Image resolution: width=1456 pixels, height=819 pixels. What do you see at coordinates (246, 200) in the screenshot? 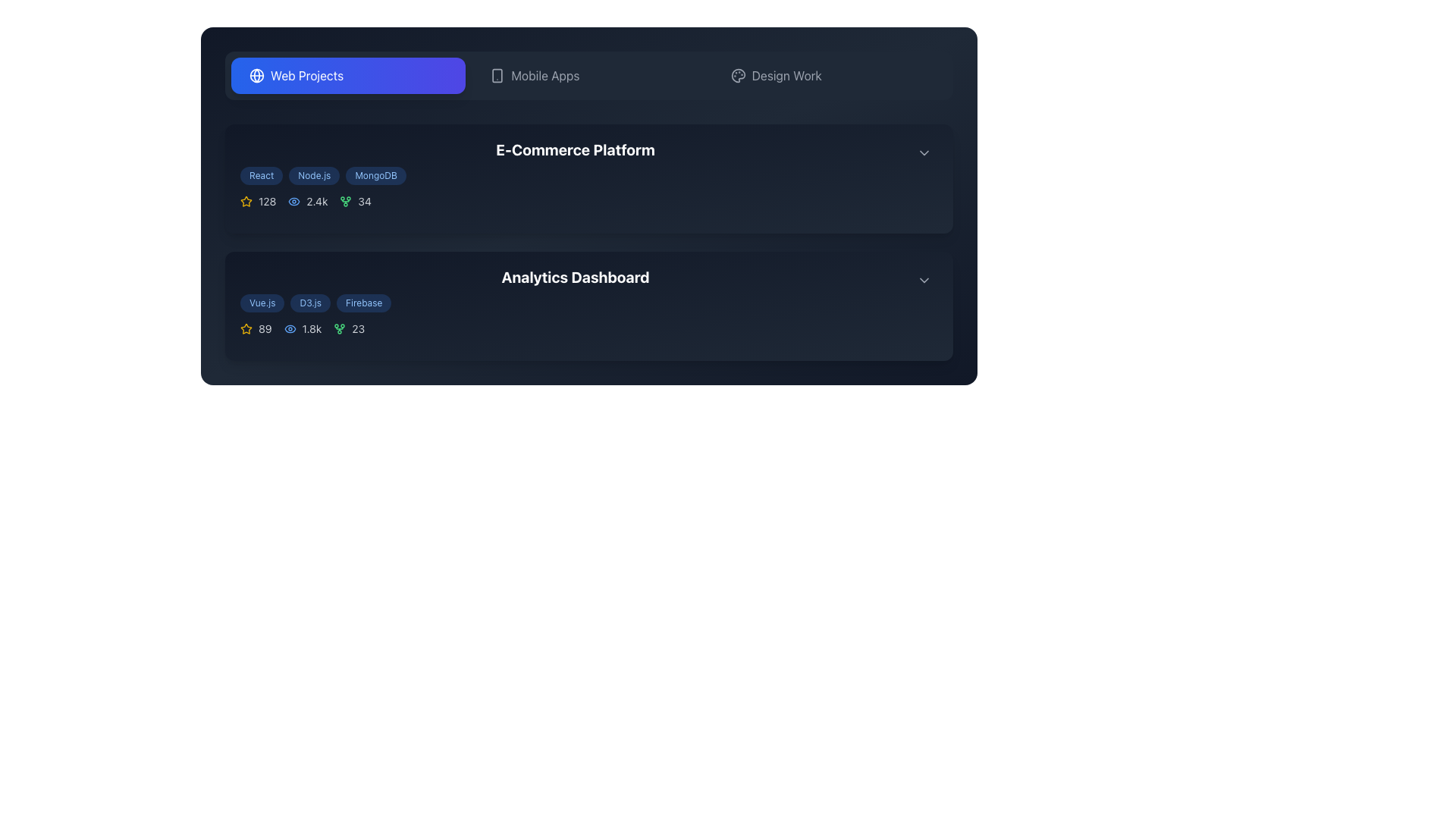
I see `the favorite indicator icon located in the 'Analytics Dashboard' section, which is the first visual icon in the row of statistics` at bounding box center [246, 200].